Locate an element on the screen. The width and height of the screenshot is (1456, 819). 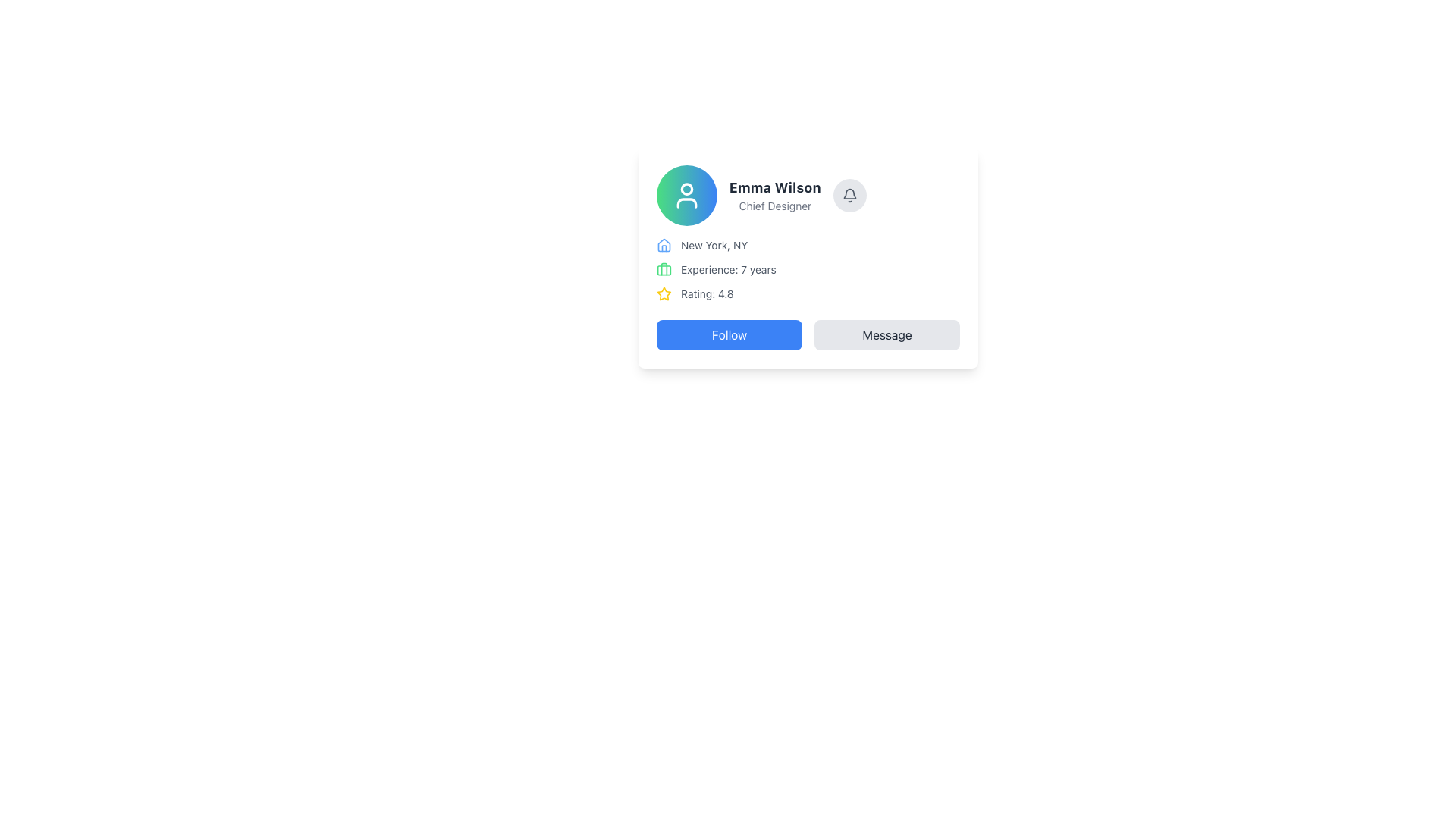
the 'Experience' icon located to the left of the text 'Experience: 7 years' in the profile section card layout is located at coordinates (664, 268).